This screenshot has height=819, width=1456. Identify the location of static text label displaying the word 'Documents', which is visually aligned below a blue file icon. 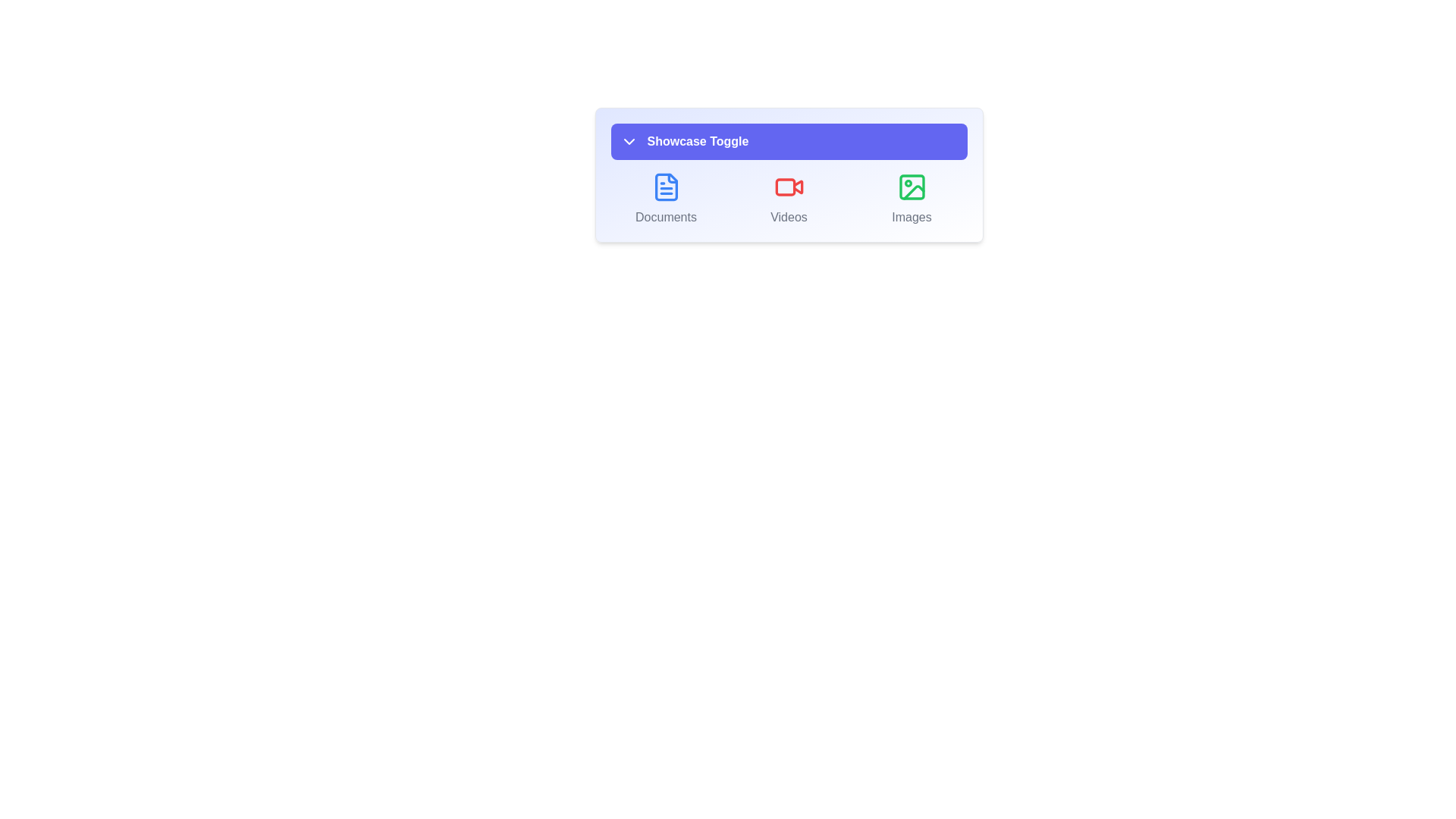
(666, 217).